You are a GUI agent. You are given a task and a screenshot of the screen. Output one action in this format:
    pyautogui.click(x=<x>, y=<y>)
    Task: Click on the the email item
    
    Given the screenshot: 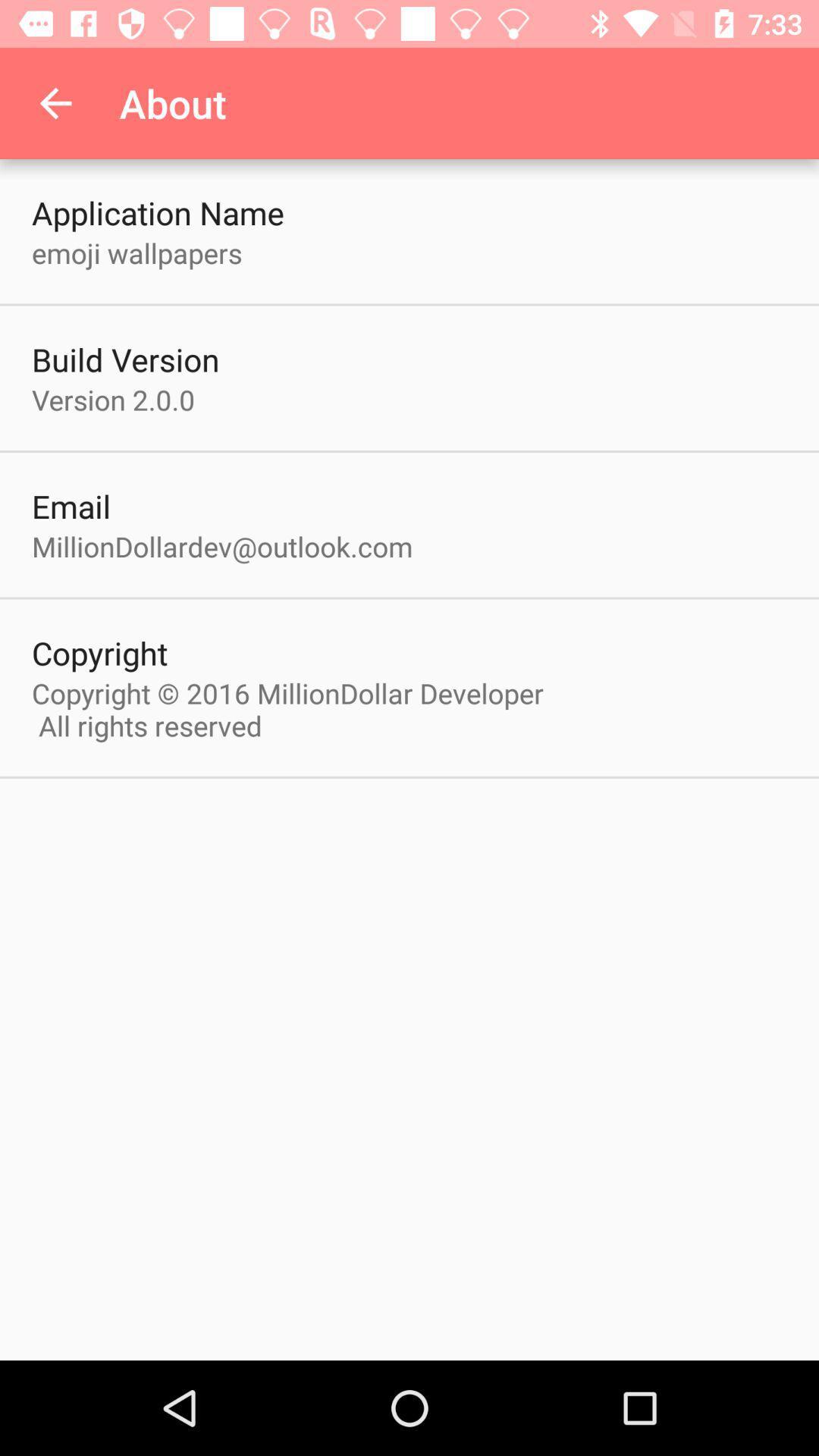 What is the action you would take?
    pyautogui.click(x=71, y=506)
    